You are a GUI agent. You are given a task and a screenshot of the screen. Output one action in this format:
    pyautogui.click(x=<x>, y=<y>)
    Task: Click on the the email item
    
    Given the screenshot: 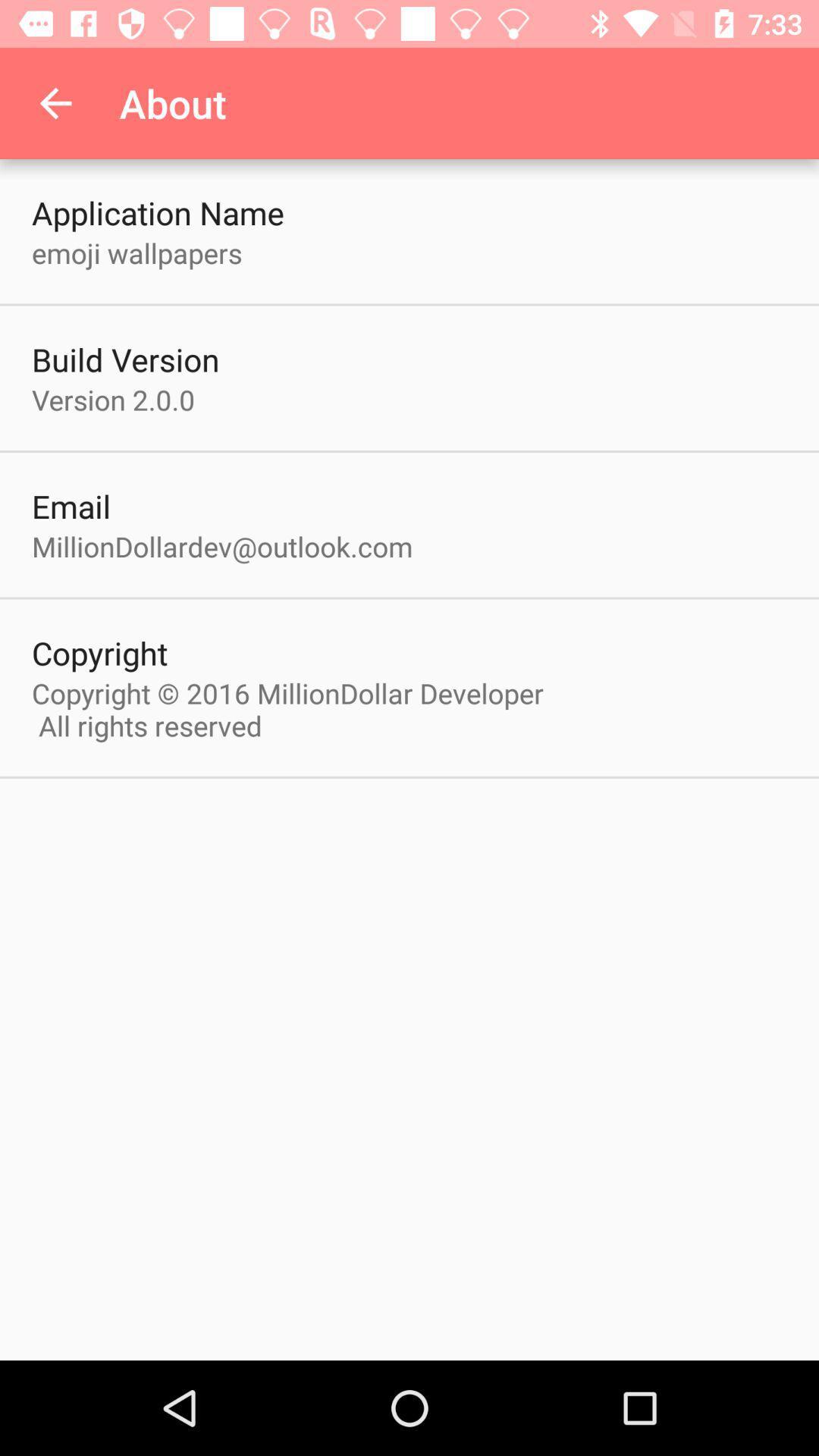 What is the action you would take?
    pyautogui.click(x=71, y=506)
    